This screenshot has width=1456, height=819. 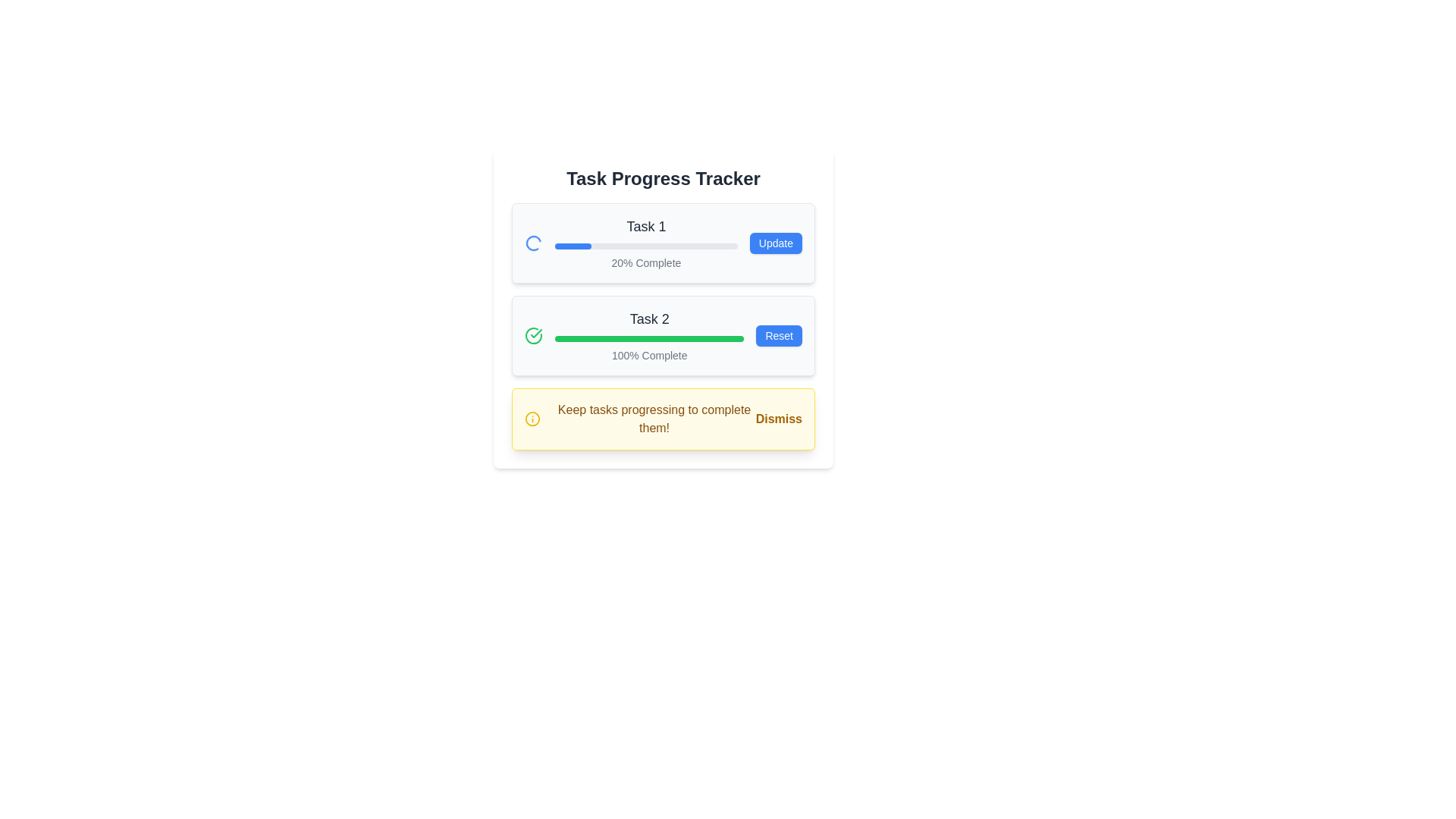 I want to click on the animation of the Spinner icon, which is a circular, thin-outlined shape indicating activity, located near the left edge of Task 1's row in the Task Progress Tracker, so click(x=534, y=242).